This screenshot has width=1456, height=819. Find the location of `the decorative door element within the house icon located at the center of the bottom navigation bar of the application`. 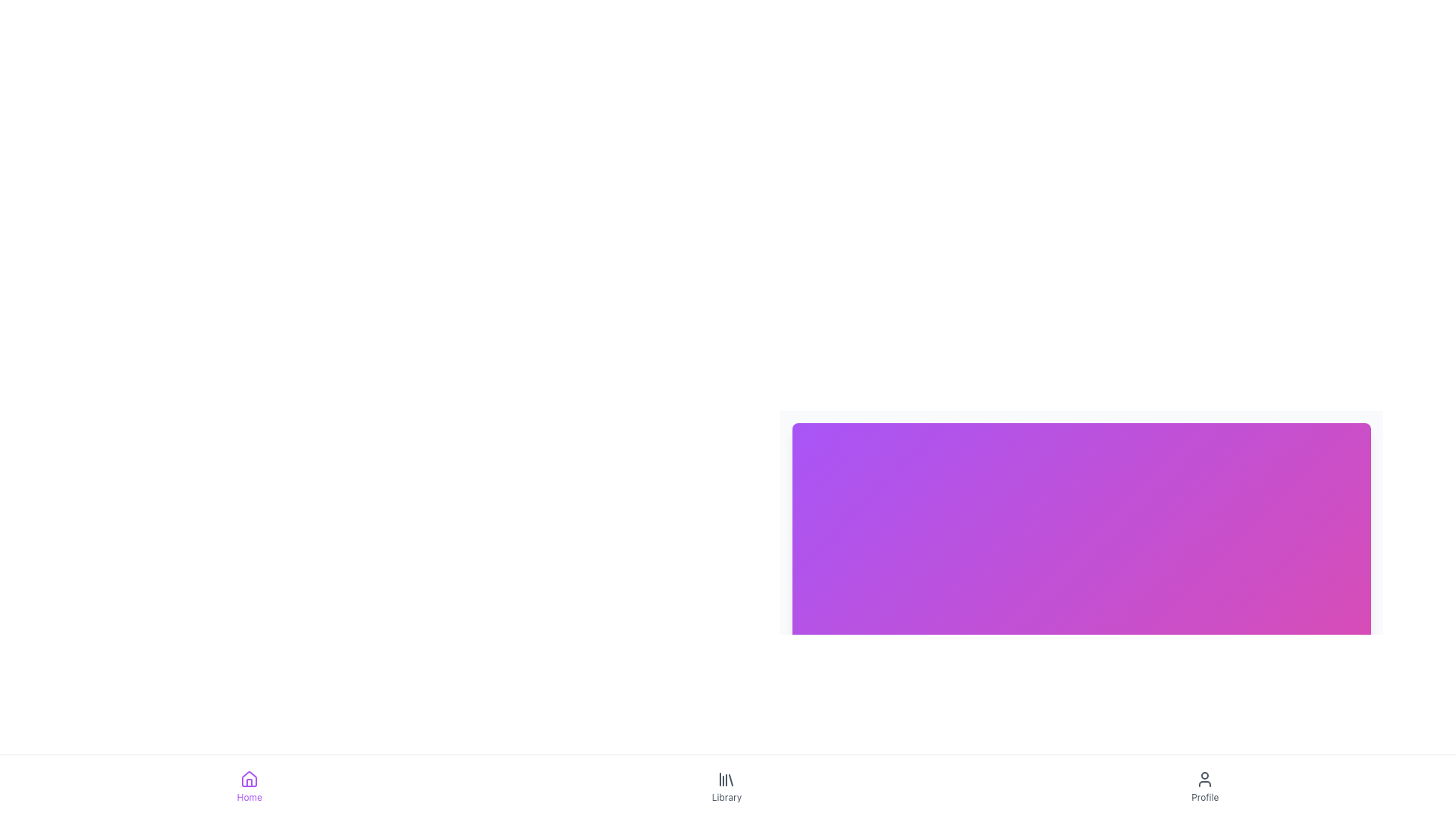

the decorative door element within the house icon located at the center of the bottom navigation bar of the application is located at coordinates (249, 783).